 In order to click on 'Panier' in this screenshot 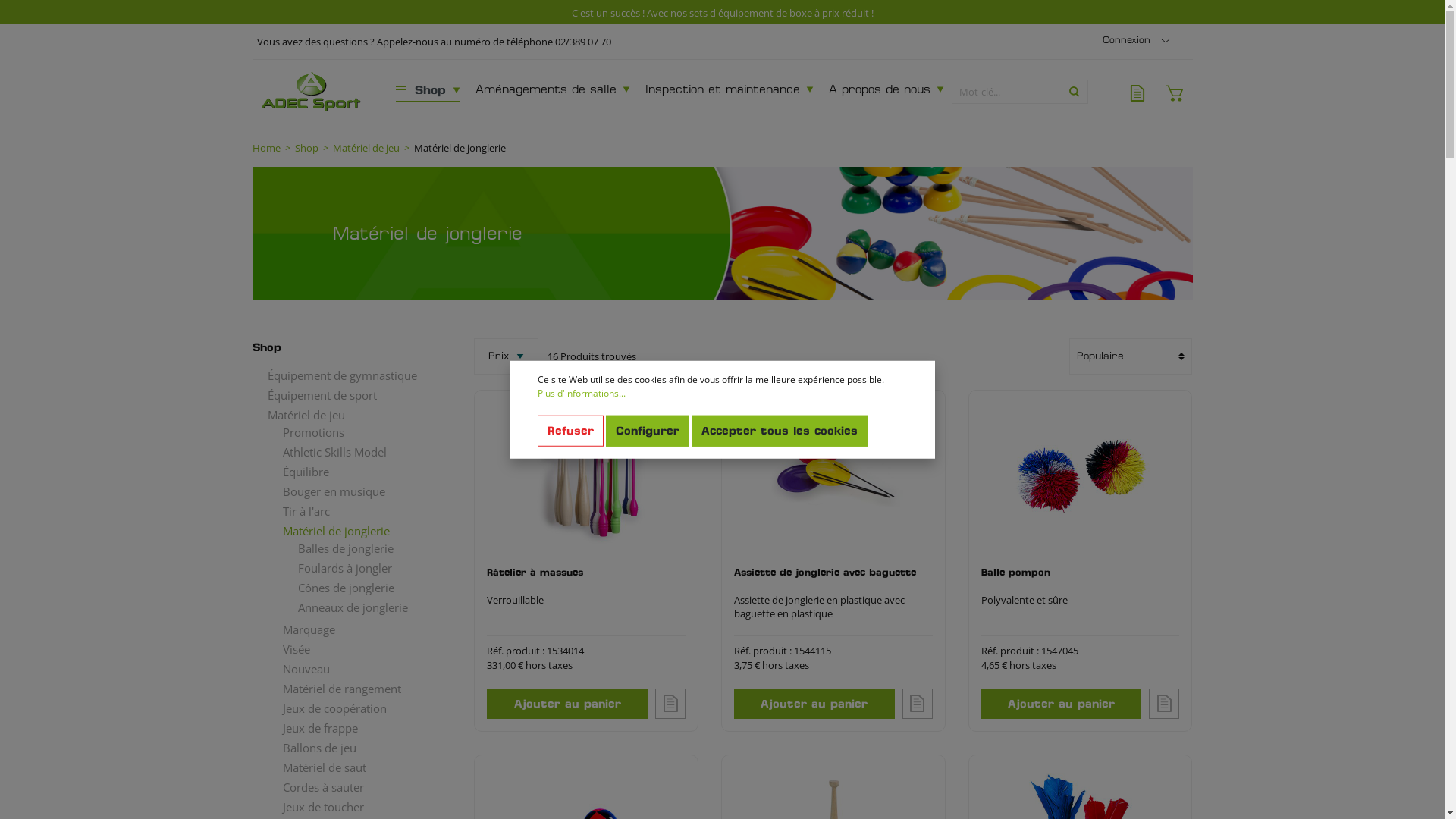, I will do `click(1154, 91)`.